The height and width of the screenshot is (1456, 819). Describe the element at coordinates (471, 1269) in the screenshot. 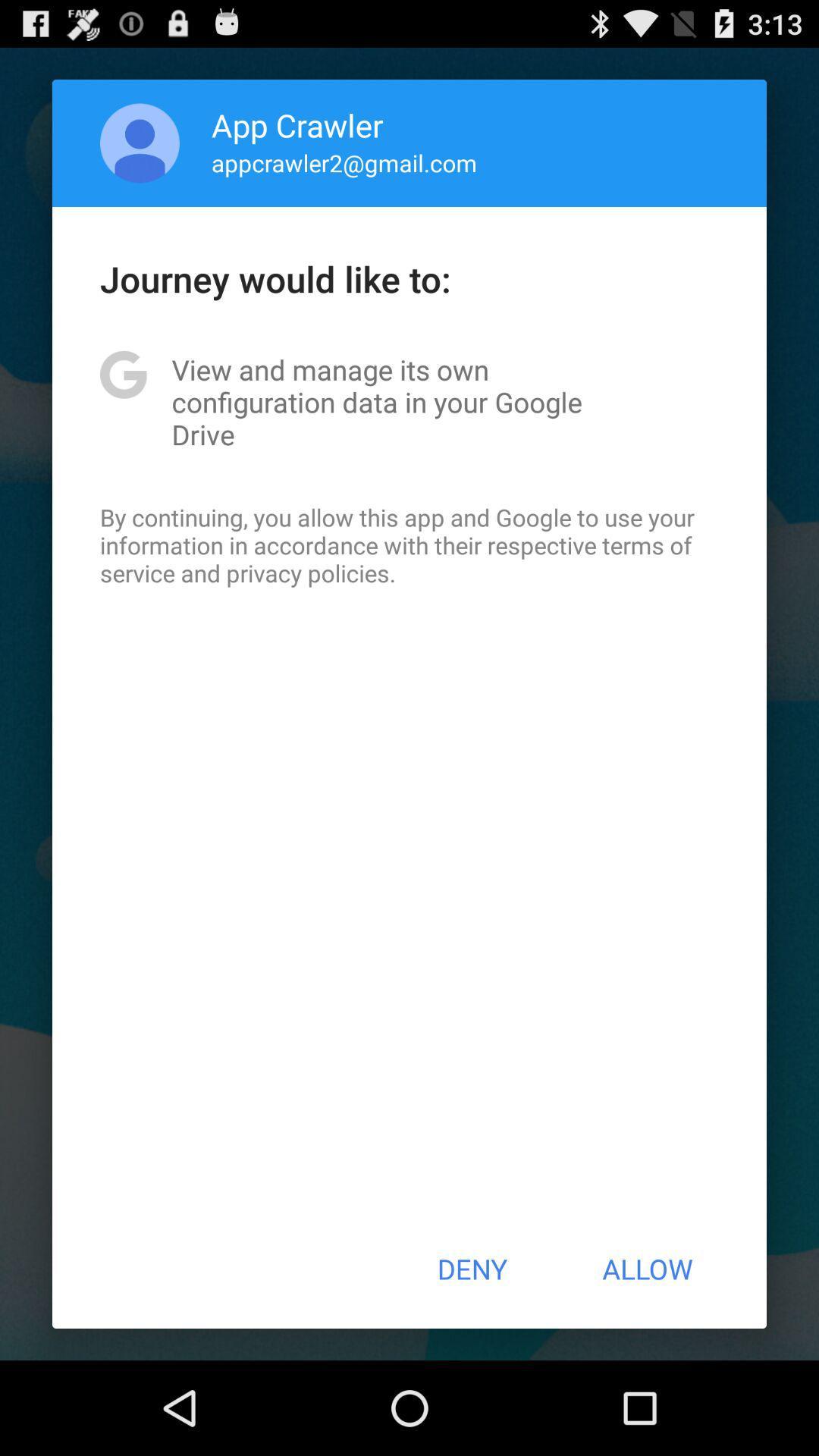

I see `the button to the left of allow item` at that location.